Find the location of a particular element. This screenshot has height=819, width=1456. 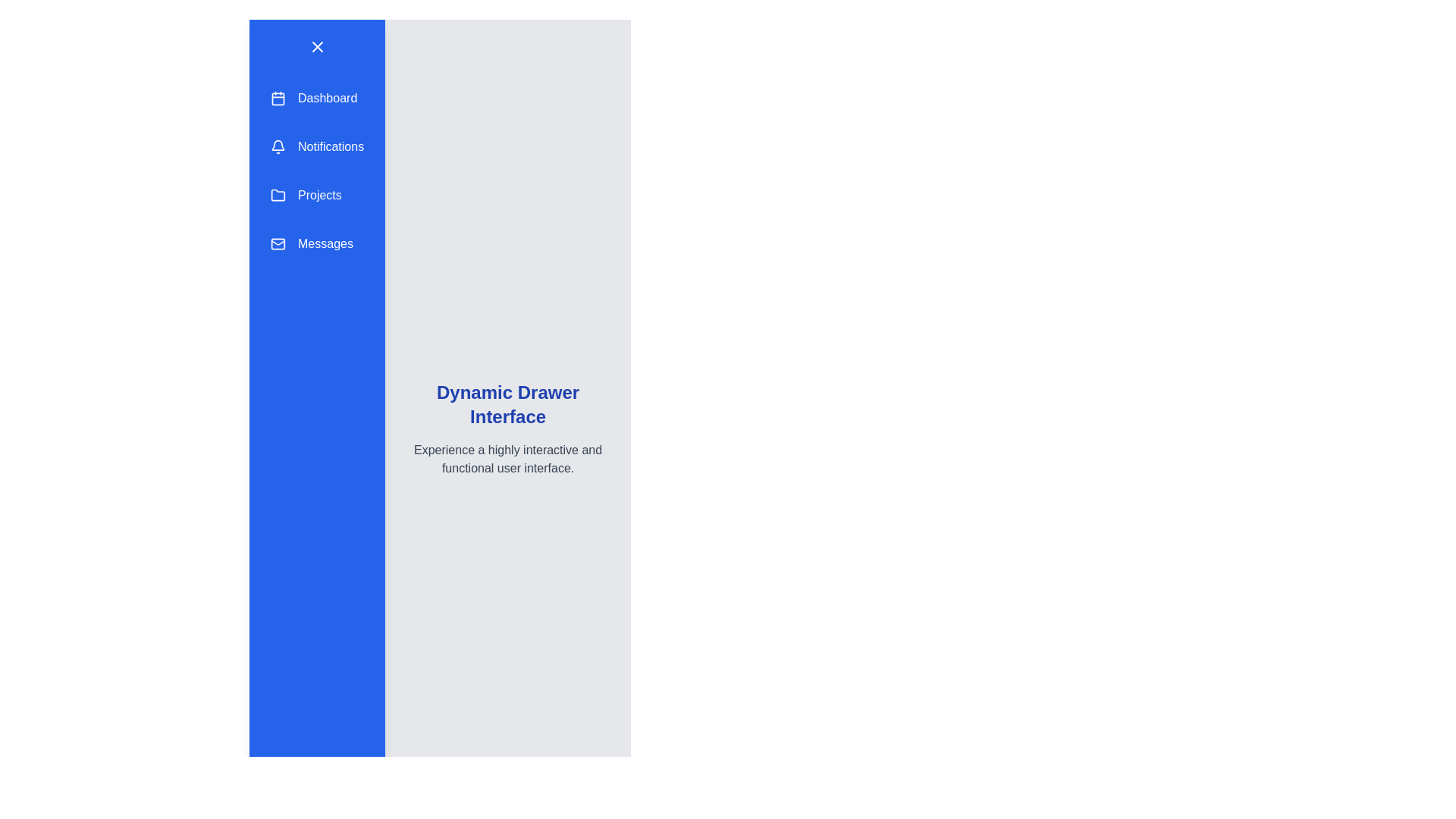

the menu option Projects to see the hover effect is located at coordinates (316, 195).